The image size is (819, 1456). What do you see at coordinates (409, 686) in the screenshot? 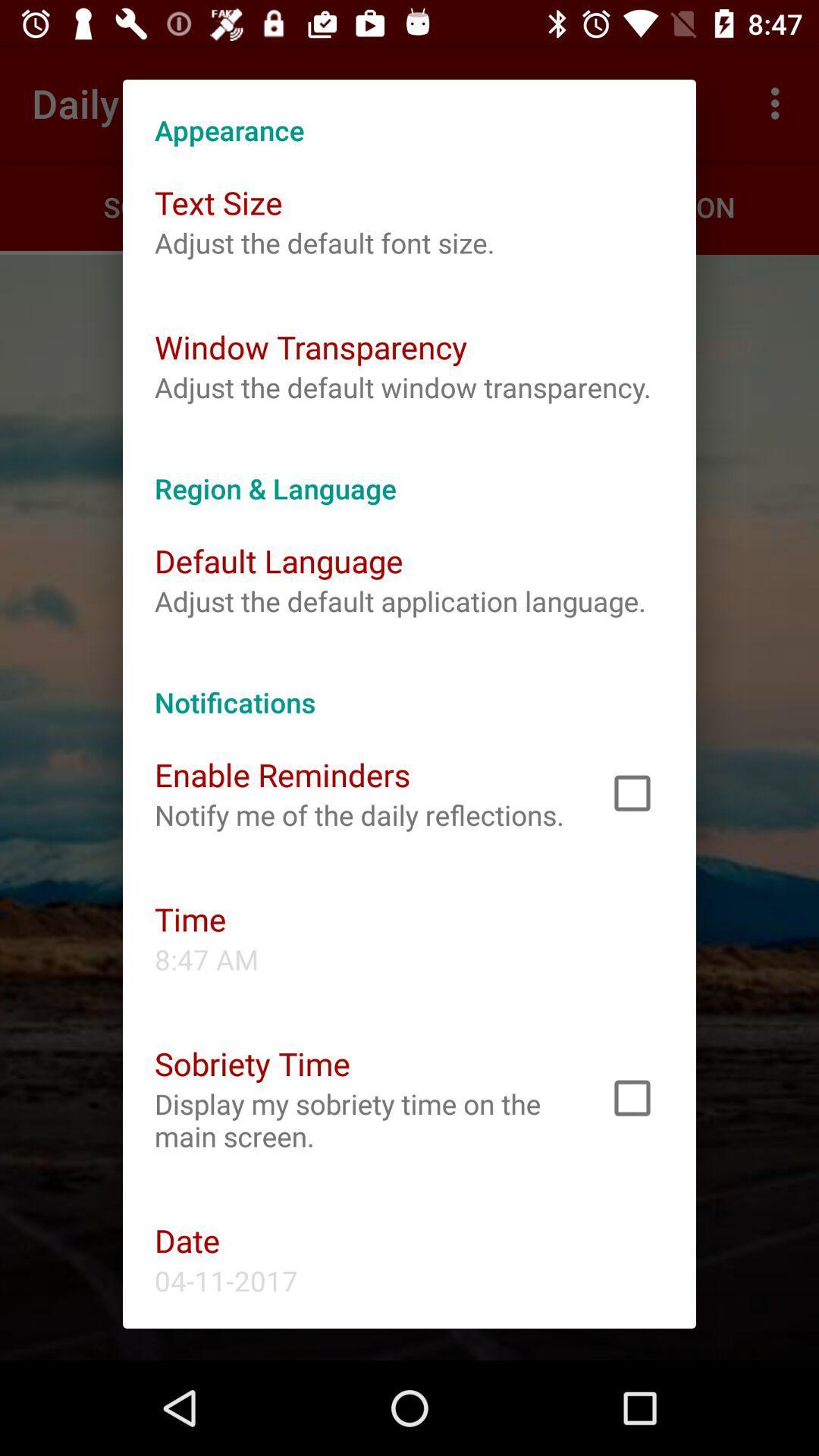
I see `notifications` at bounding box center [409, 686].